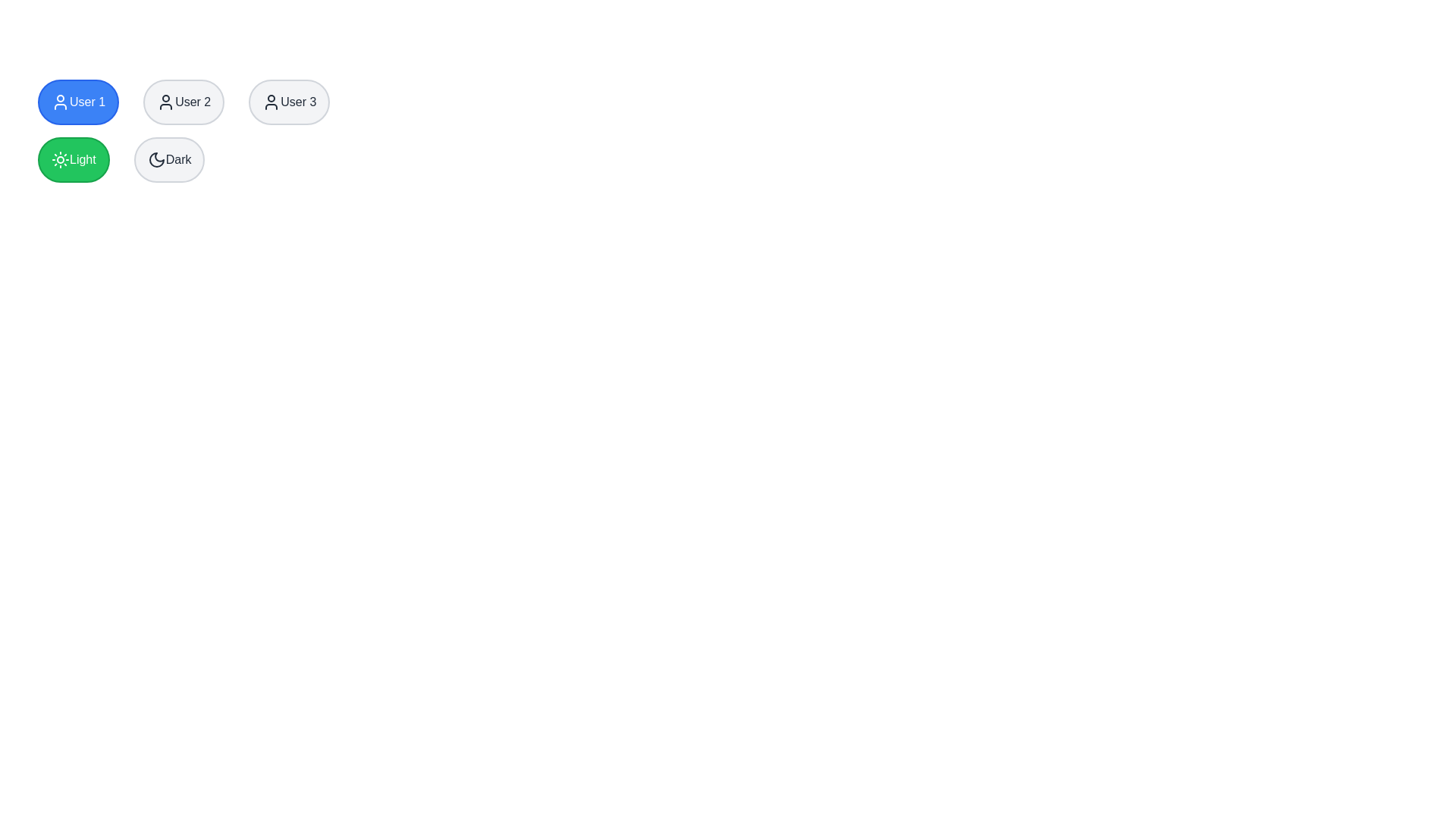 This screenshot has height=819, width=1456. I want to click on the 'User 2' button, which is a rounded rectangle with a light gray background and a black border, so click(183, 102).